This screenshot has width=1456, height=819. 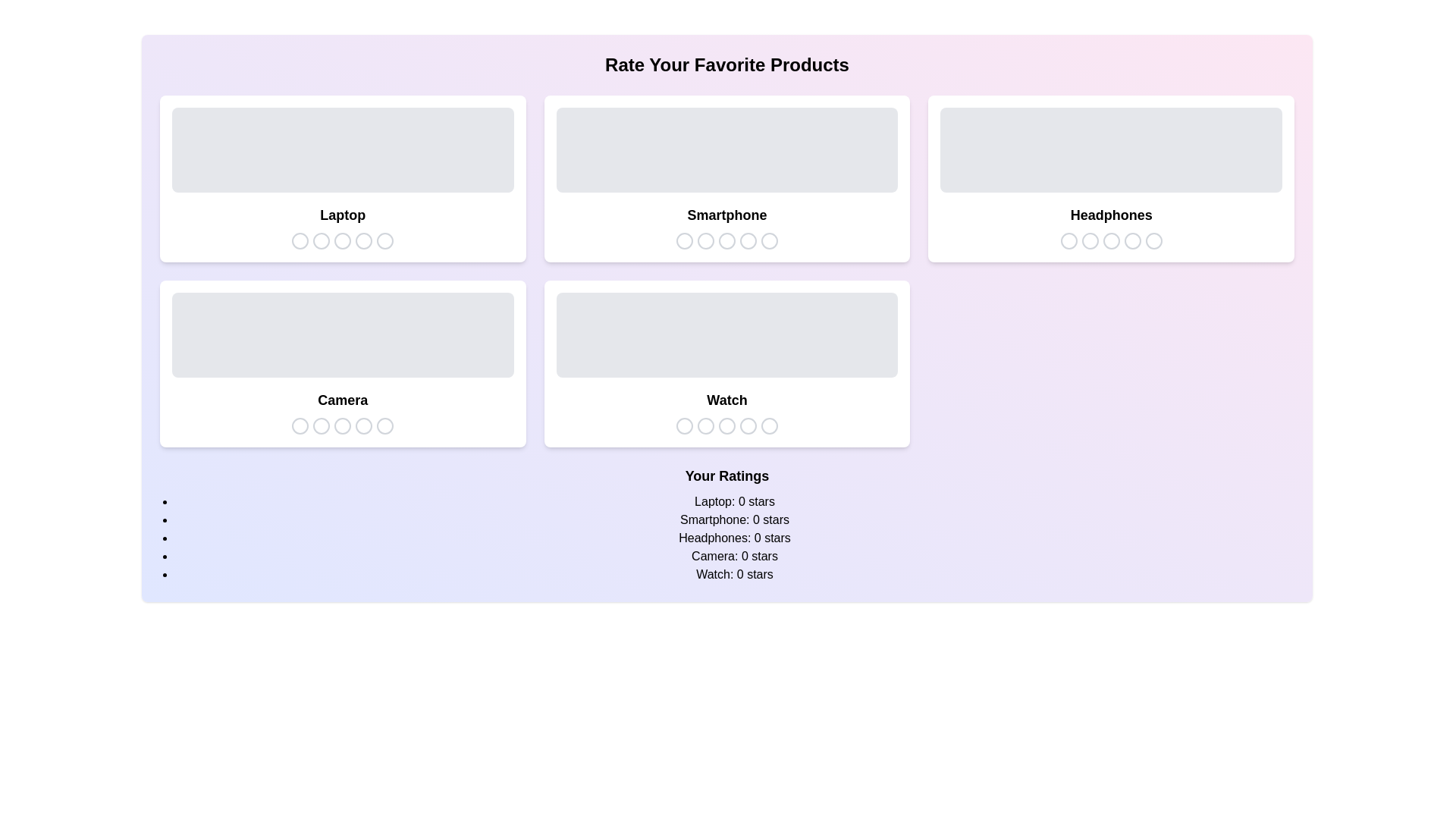 What do you see at coordinates (364, 426) in the screenshot?
I see `the star icon corresponding to 4 stars for the product Camera` at bounding box center [364, 426].